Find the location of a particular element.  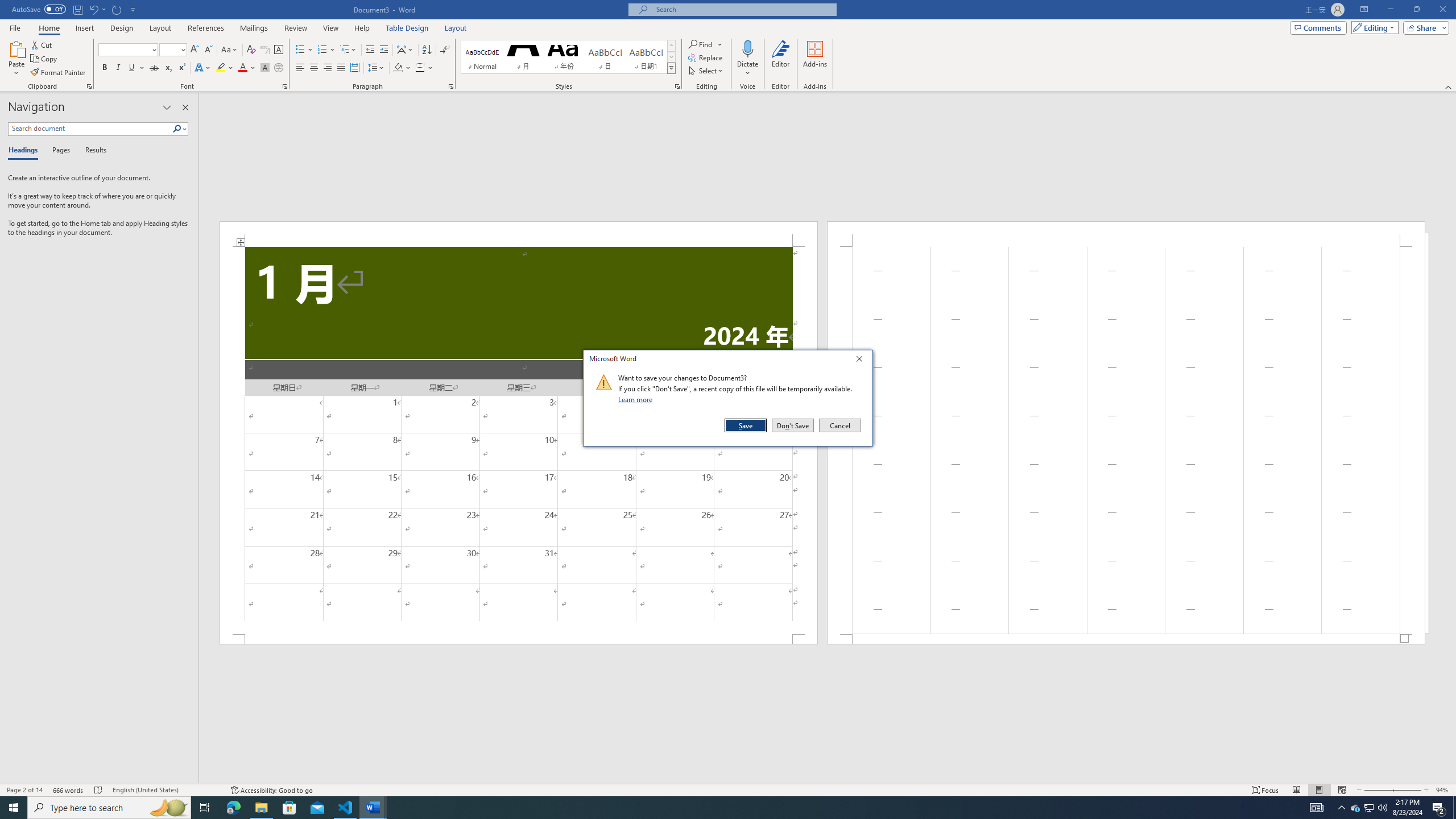

'Row Down' is located at coordinates (671, 56).